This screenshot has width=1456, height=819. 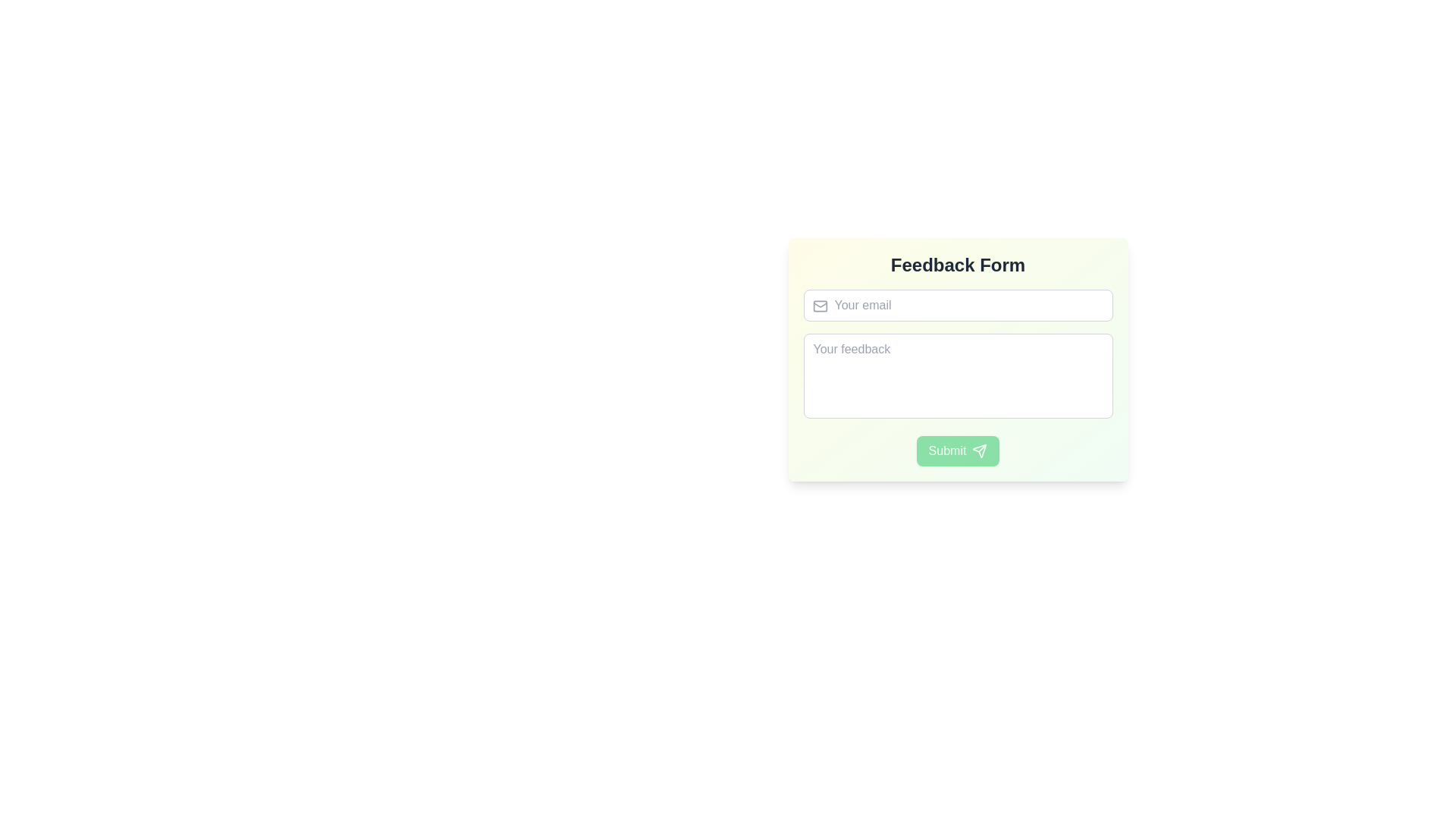 What do you see at coordinates (980, 450) in the screenshot?
I see `the 'Submit' button which contains the arrow SVG icon positioned to the right of the button's text` at bounding box center [980, 450].